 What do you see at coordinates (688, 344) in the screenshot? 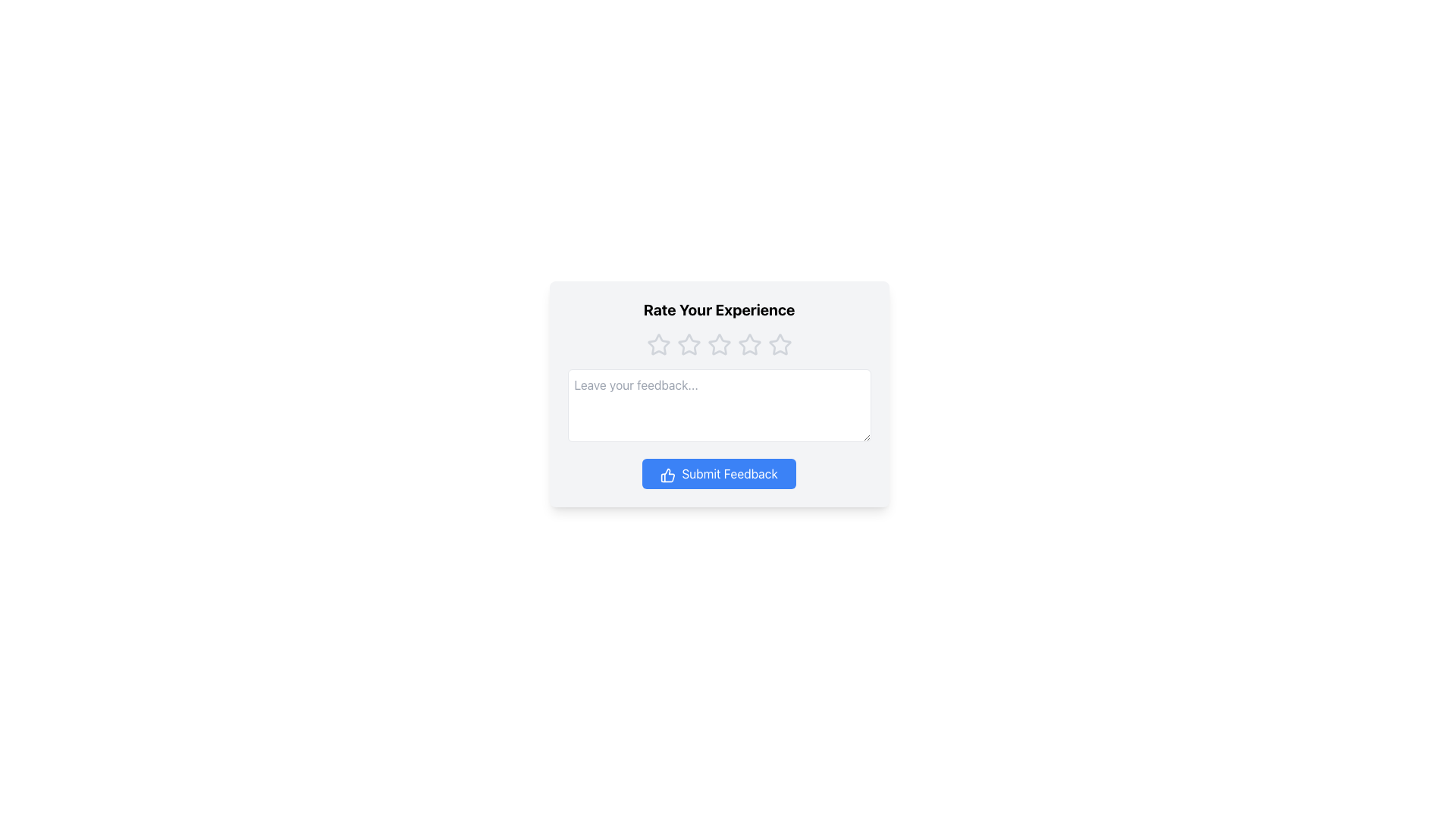
I see `the first star icon in the rating interface` at bounding box center [688, 344].